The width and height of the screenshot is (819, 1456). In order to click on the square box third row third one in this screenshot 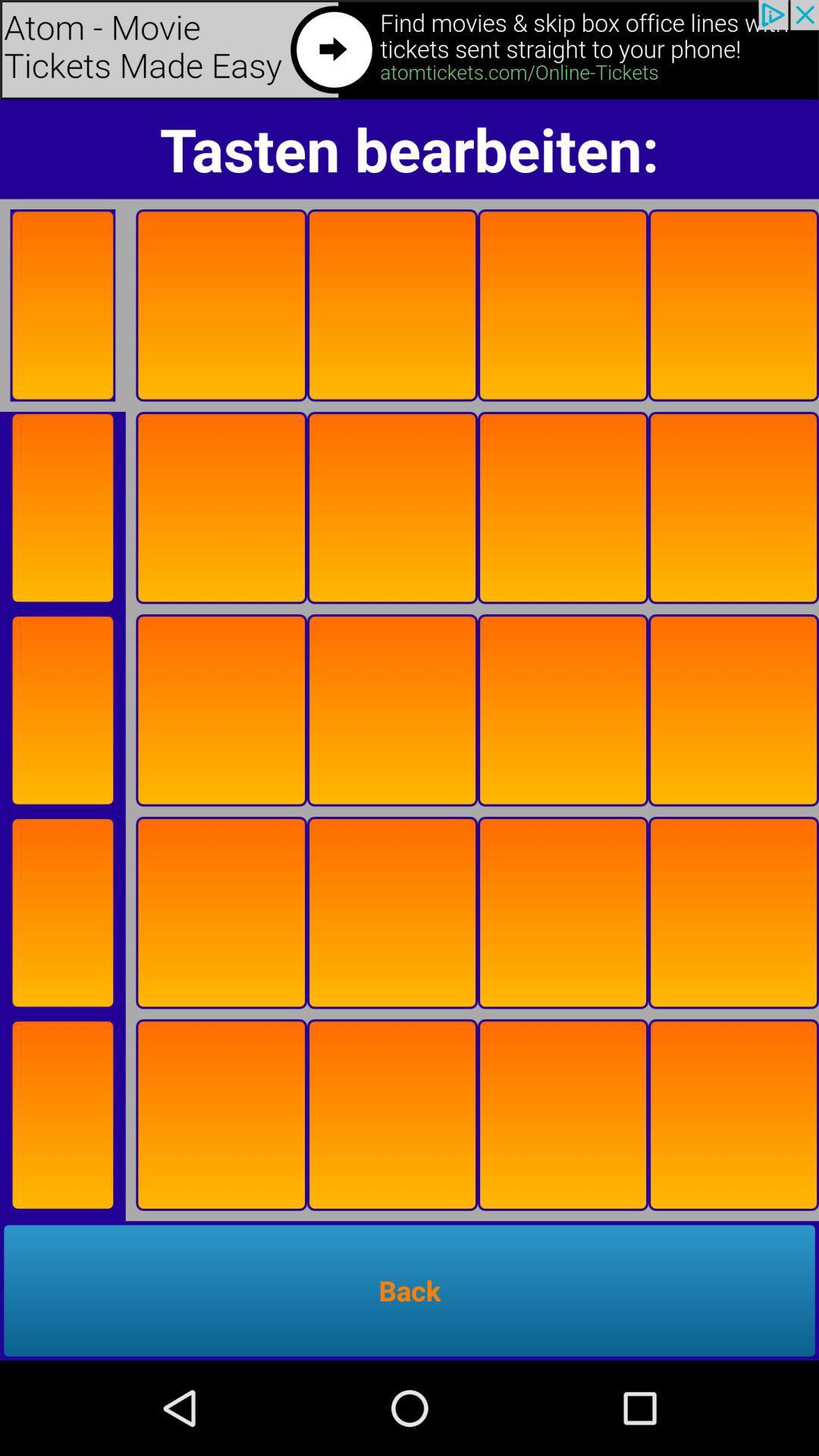, I will do `click(391, 709)`.